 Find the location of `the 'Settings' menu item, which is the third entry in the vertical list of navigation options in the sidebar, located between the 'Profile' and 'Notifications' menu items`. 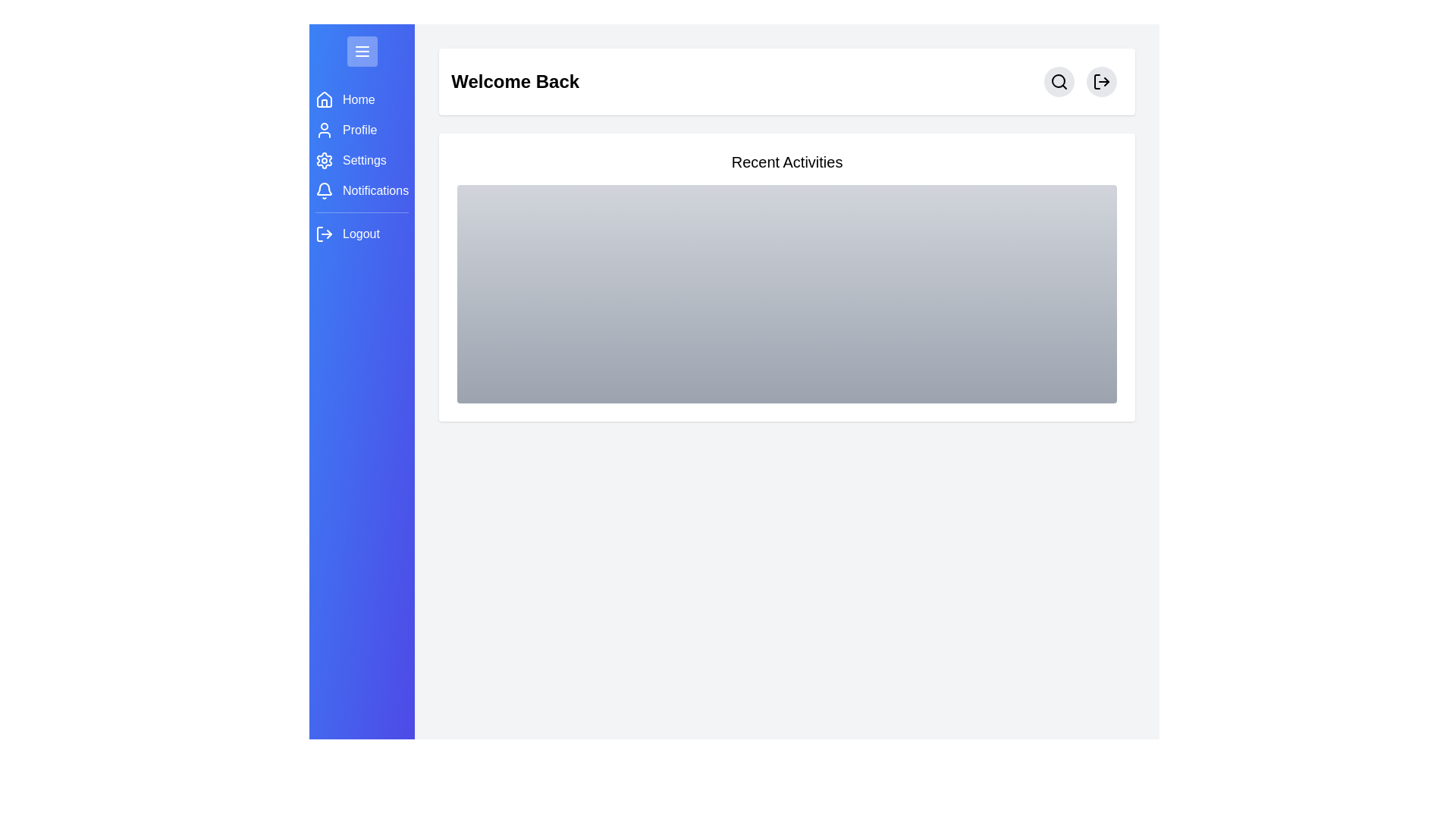

the 'Settings' menu item, which is the third entry in the vertical list of navigation options in the sidebar, located between the 'Profile' and 'Notifications' menu items is located at coordinates (361, 167).